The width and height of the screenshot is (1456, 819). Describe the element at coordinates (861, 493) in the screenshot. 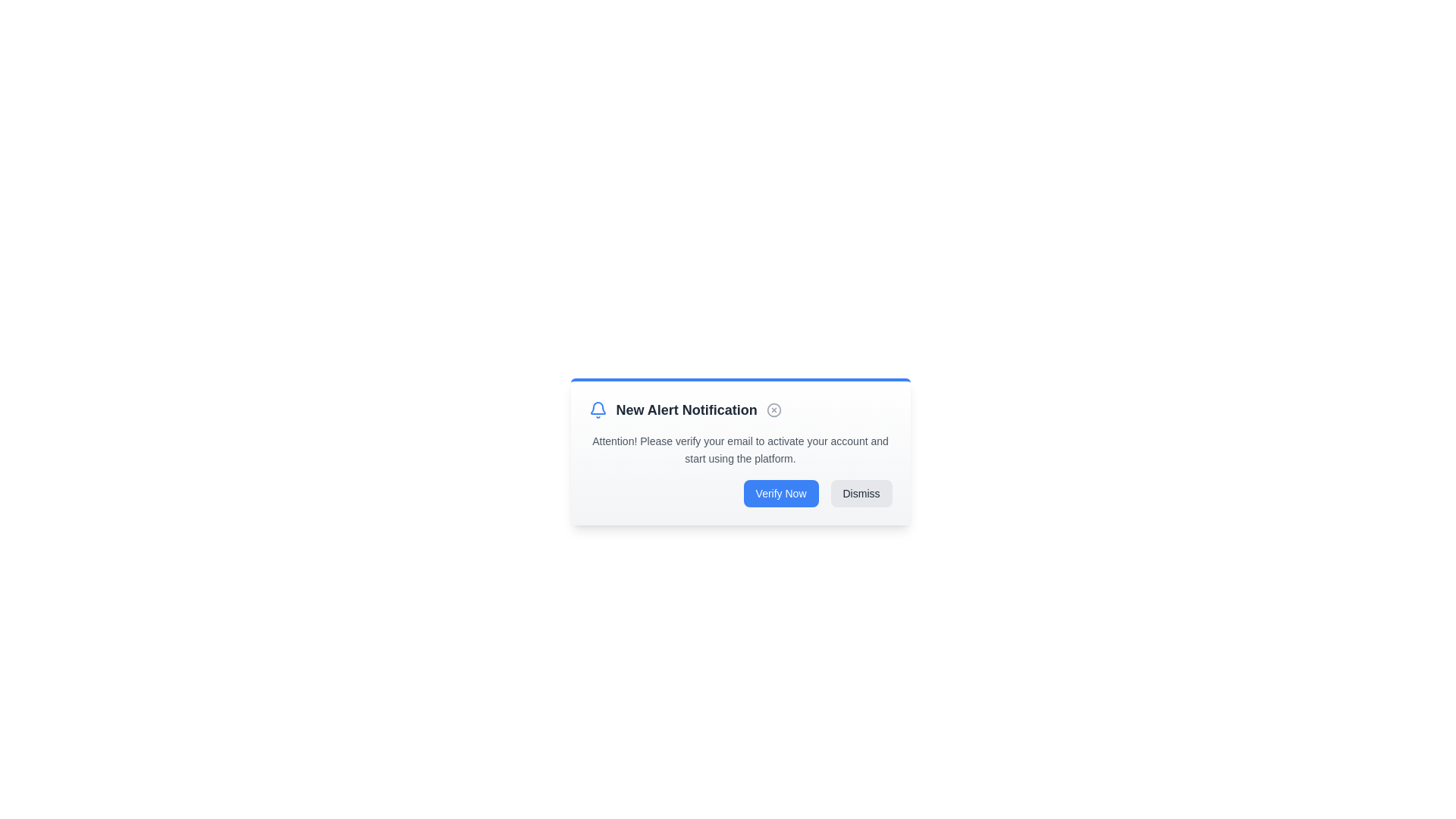

I see `the 'Dismiss' button, which is a rectangular button with a light gray background and dark gray text, located in the bottom-right corner of the modal` at that location.